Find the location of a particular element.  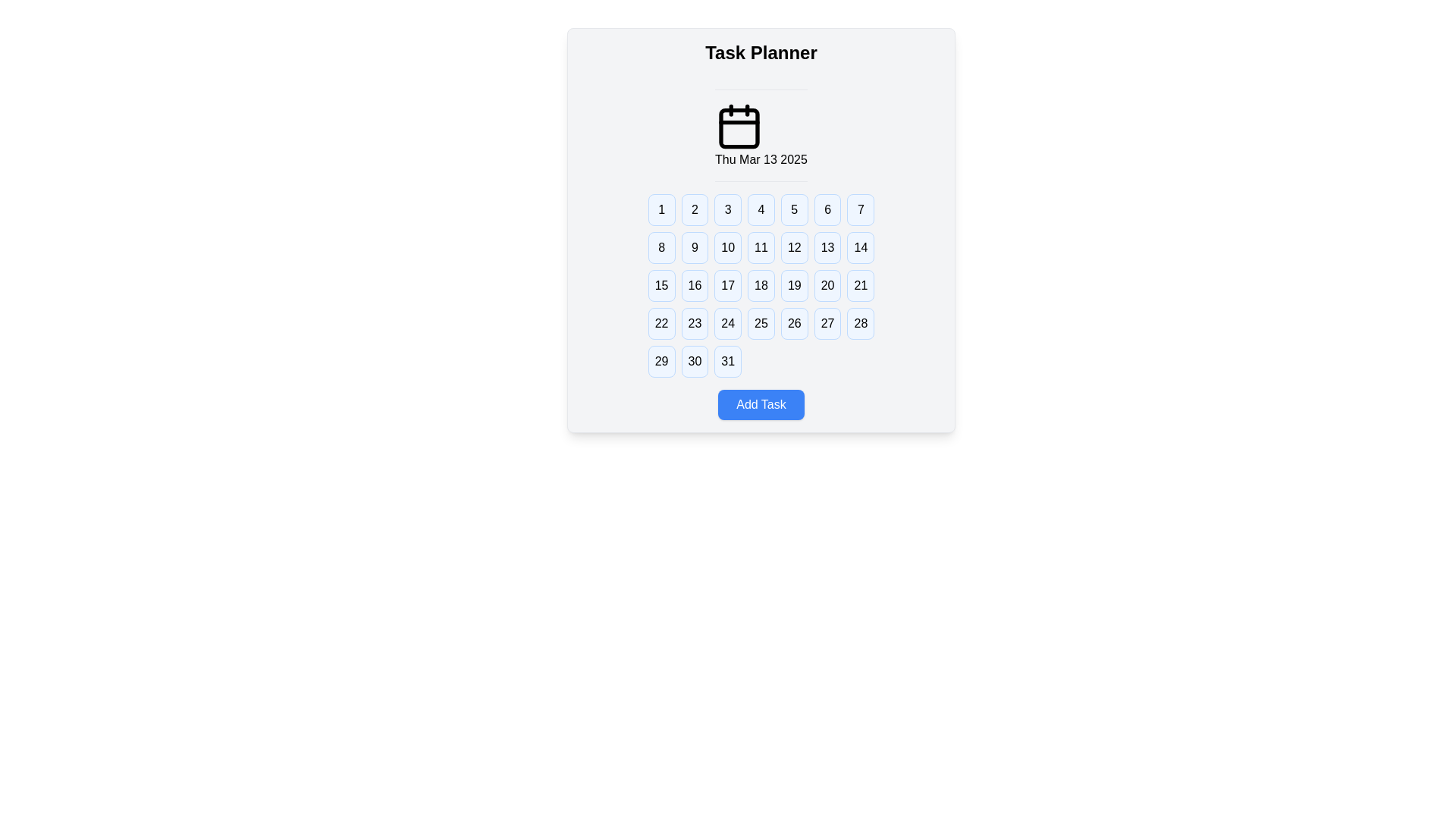

the button representing the second day in the calendar interface is located at coordinates (694, 210).